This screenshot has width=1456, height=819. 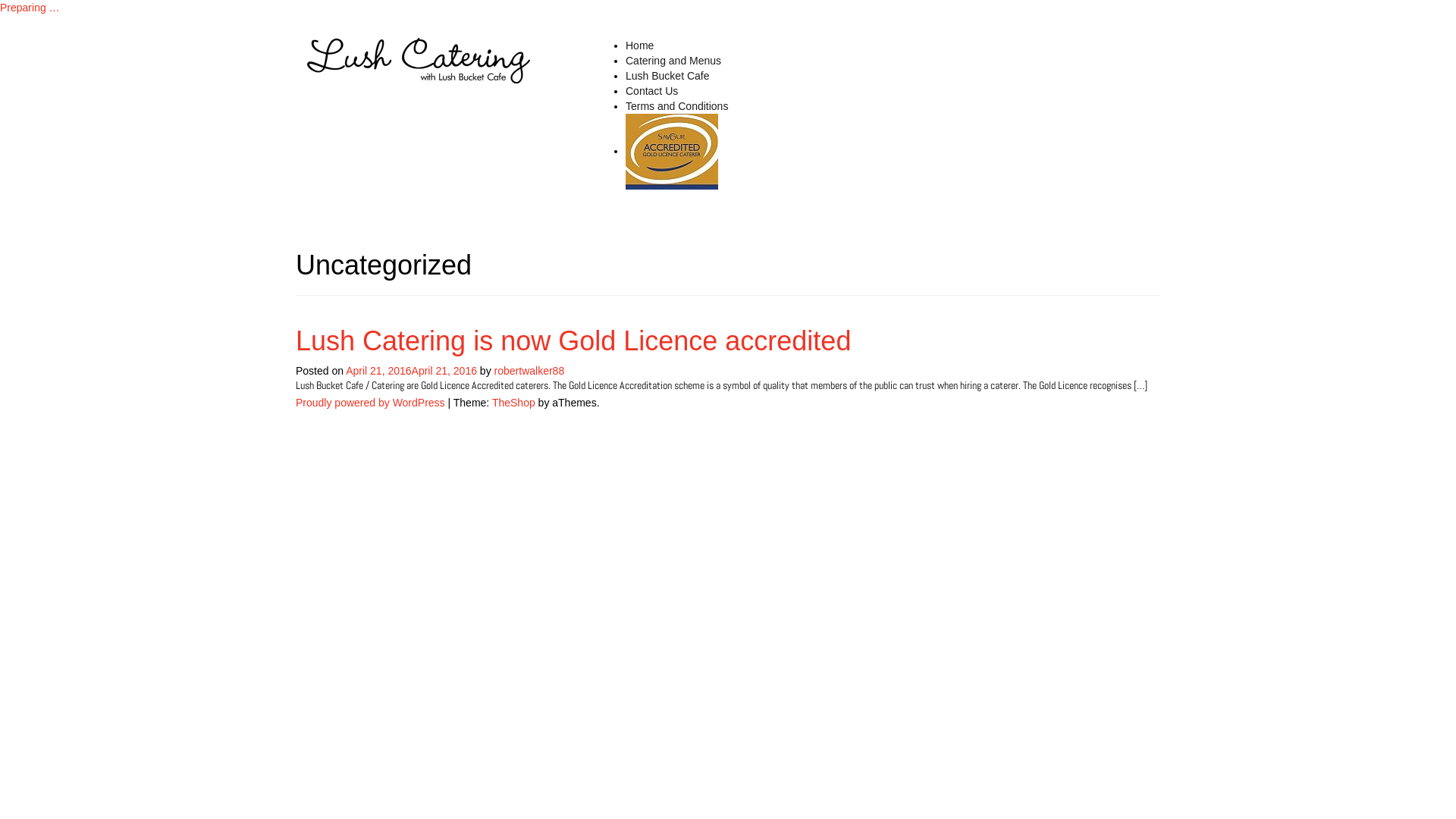 What do you see at coordinates (572, 340) in the screenshot?
I see `'Lush Catering is now Gold Licence accredited'` at bounding box center [572, 340].